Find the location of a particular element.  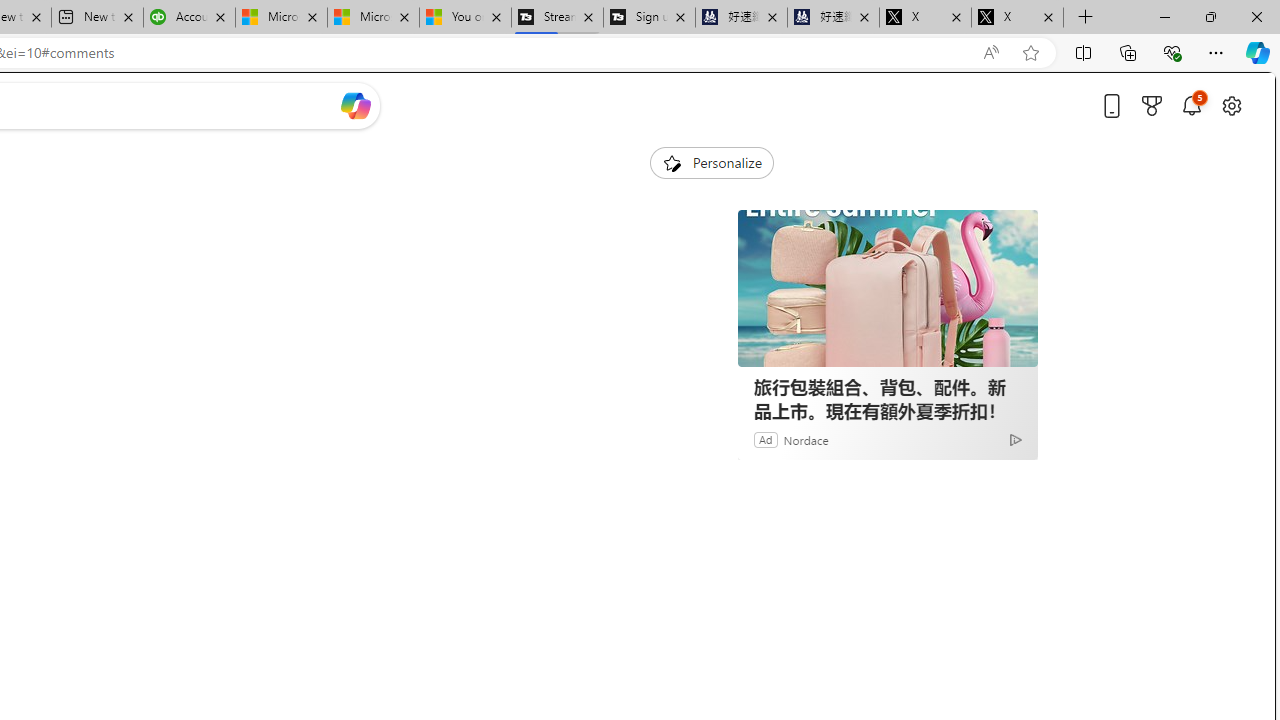

'Notifications' is located at coordinates (1192, 105).